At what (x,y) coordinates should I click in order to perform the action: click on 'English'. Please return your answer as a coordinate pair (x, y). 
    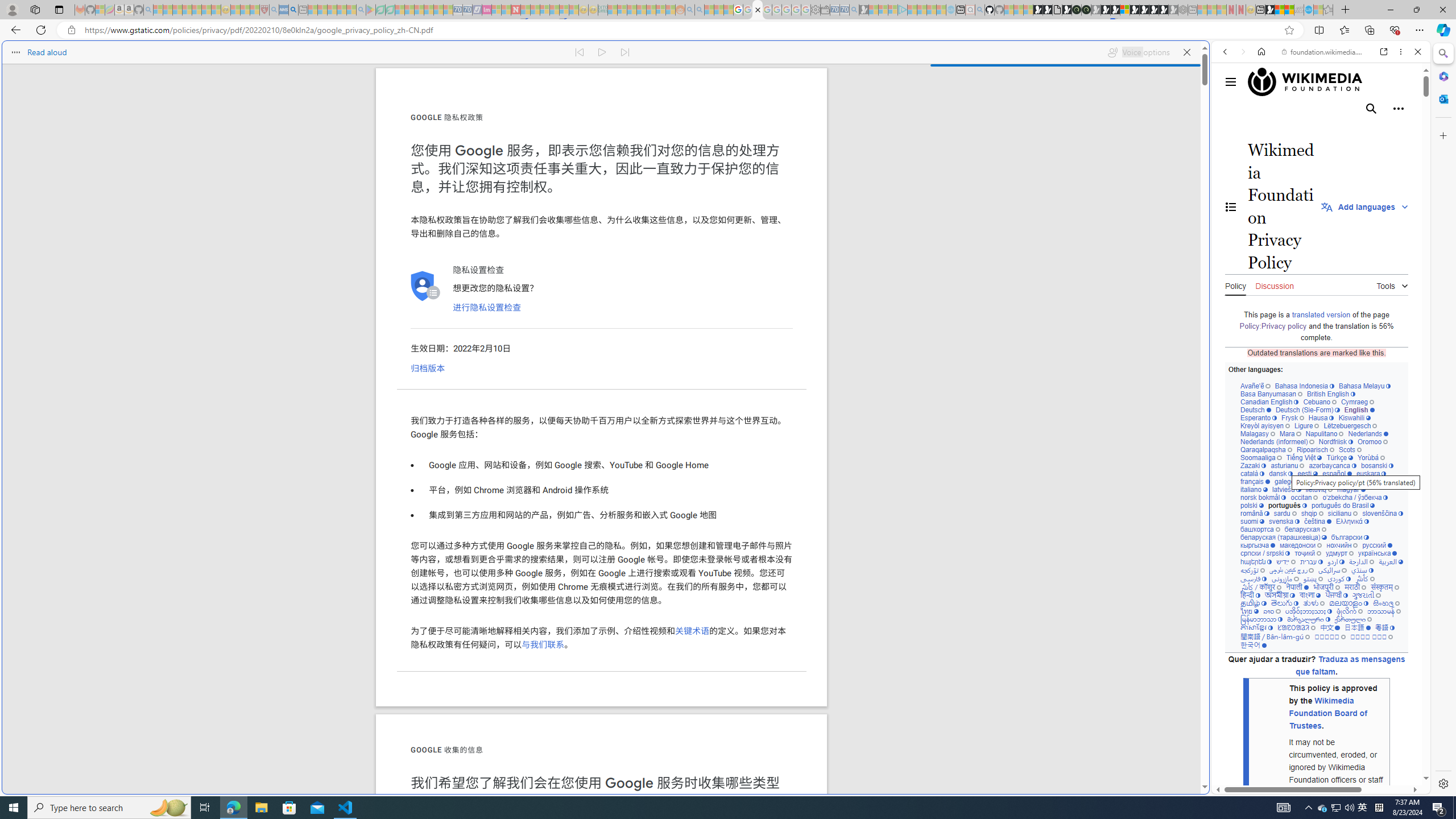
    Looking at the image, I should click on (1358, 409).